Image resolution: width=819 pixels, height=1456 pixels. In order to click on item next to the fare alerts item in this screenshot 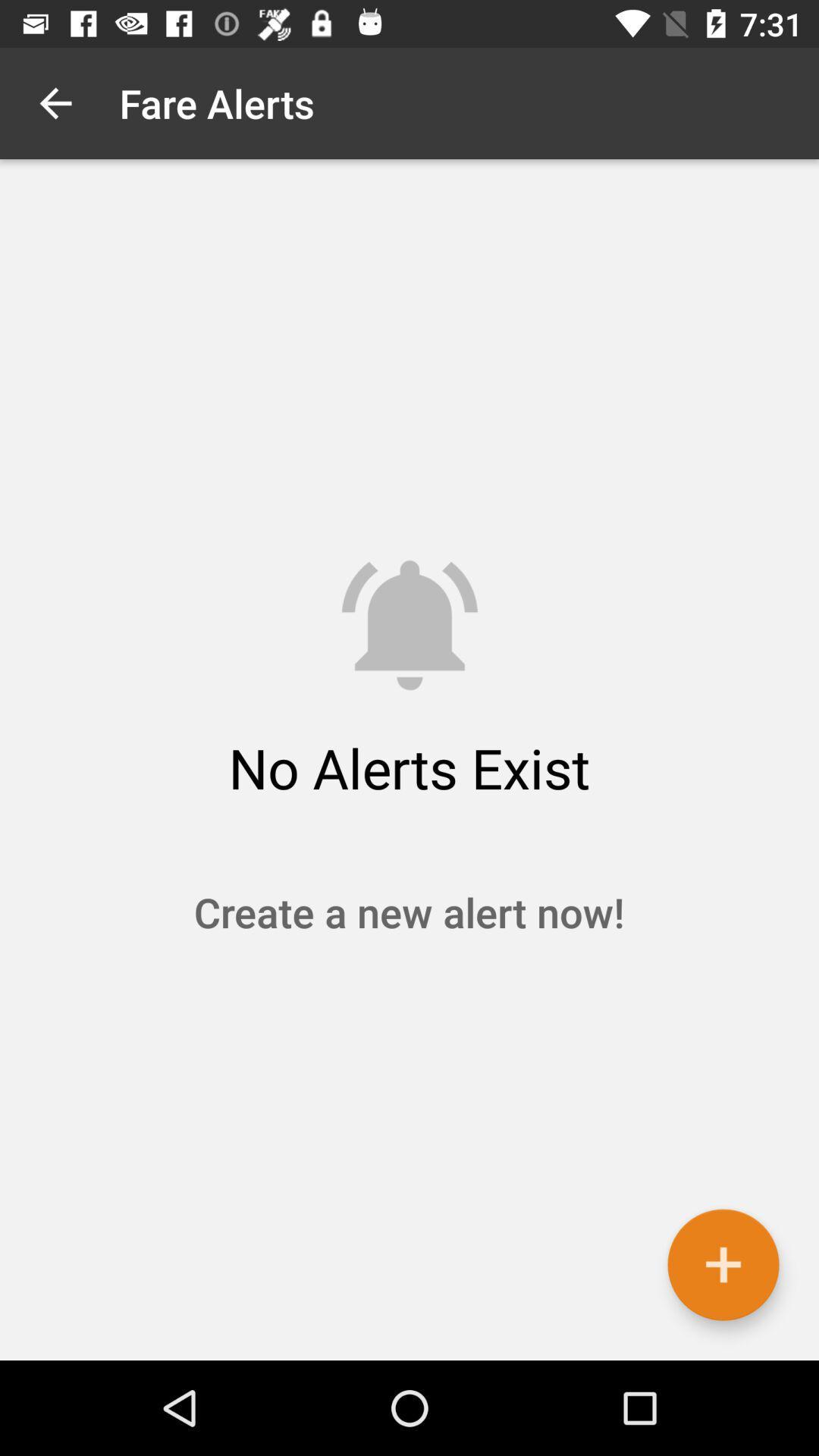, I will do `click(55, 102)`.